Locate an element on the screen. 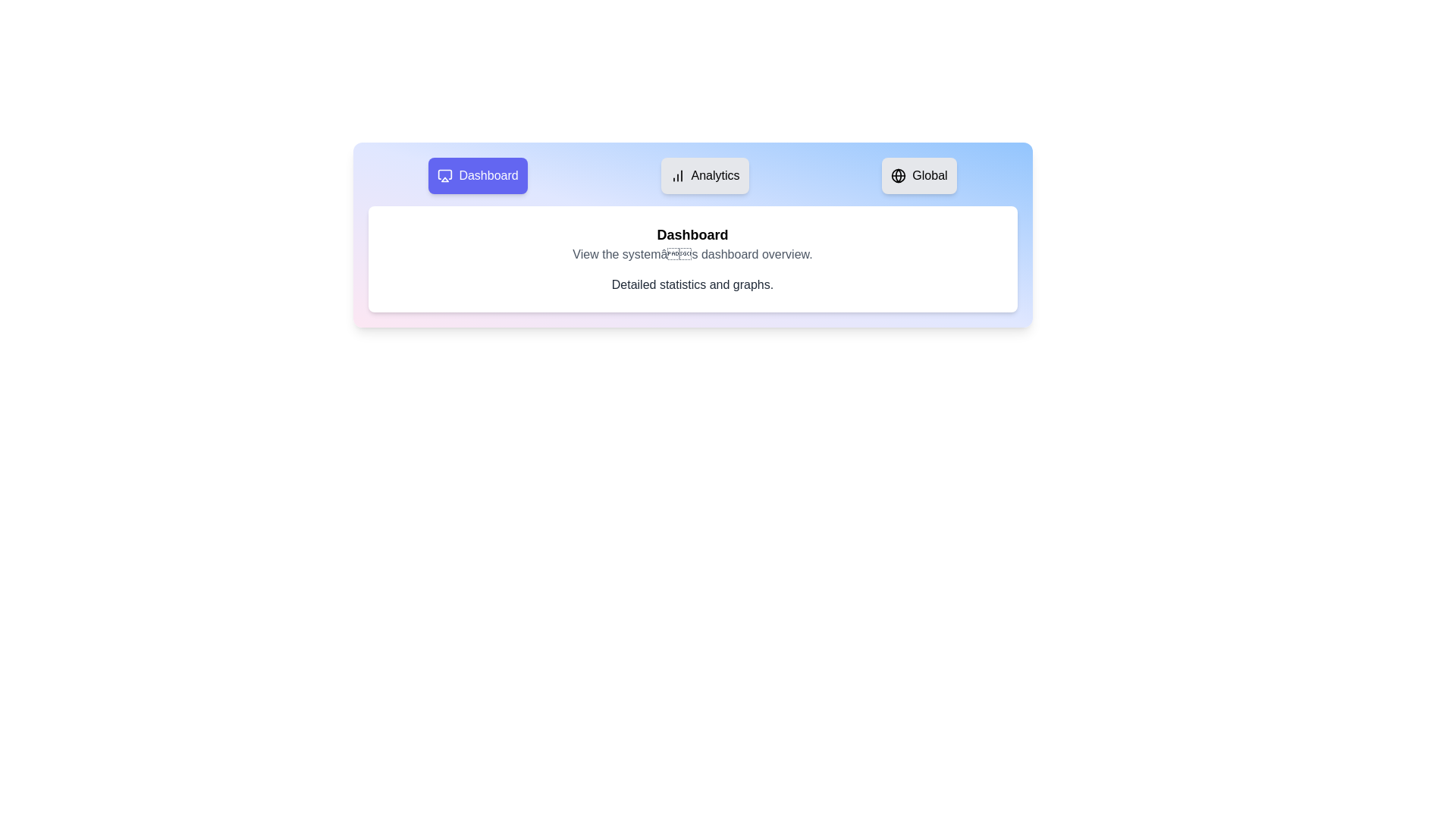 This screenshot has width=1456, height=819. the Dashboard tab is located at coordinates (477, 174).